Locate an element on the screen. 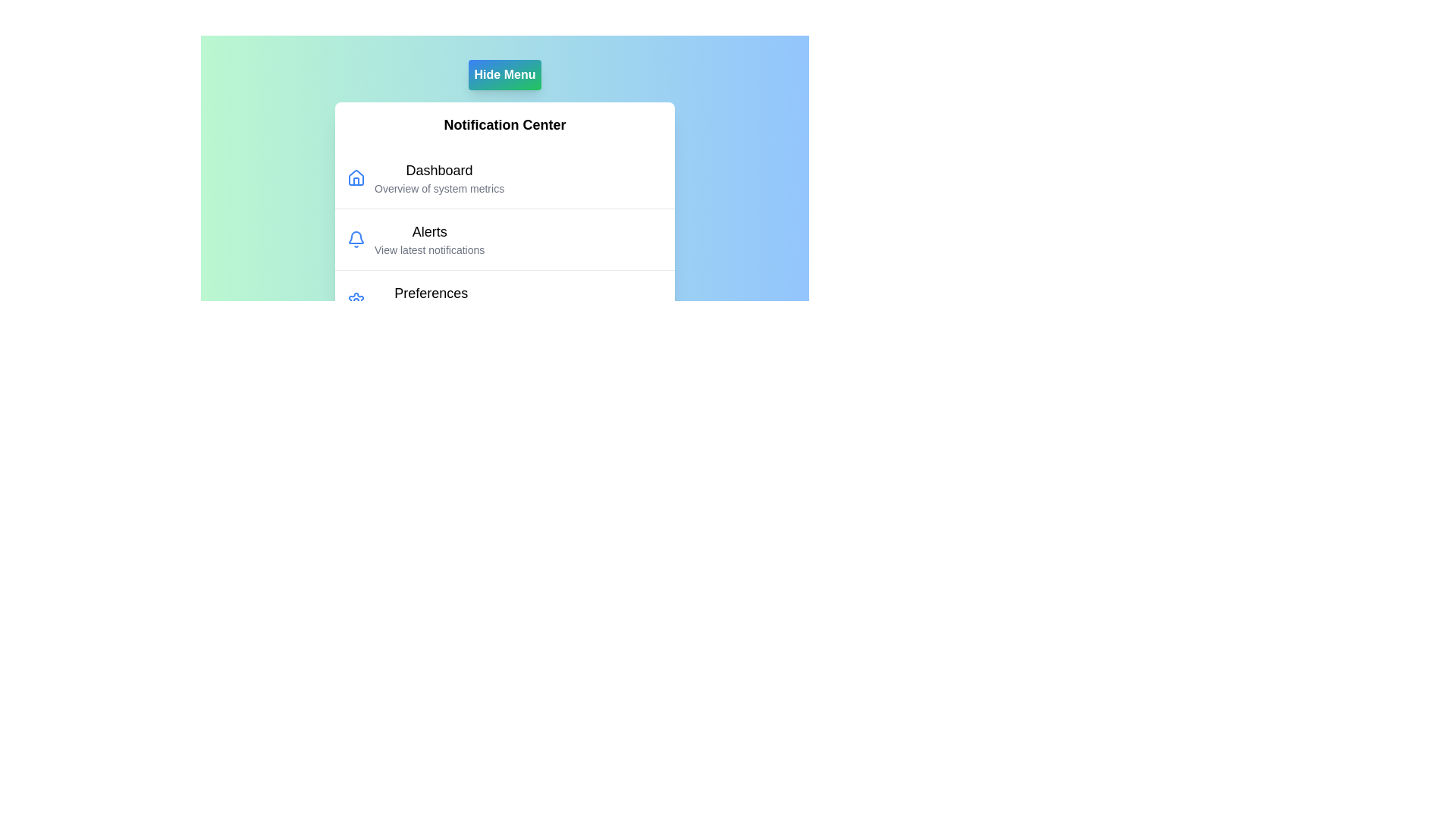 This screenshot has height=819, width=1456. the menu item labeled Preferences to highlight it is located at coordinates (430, 301).